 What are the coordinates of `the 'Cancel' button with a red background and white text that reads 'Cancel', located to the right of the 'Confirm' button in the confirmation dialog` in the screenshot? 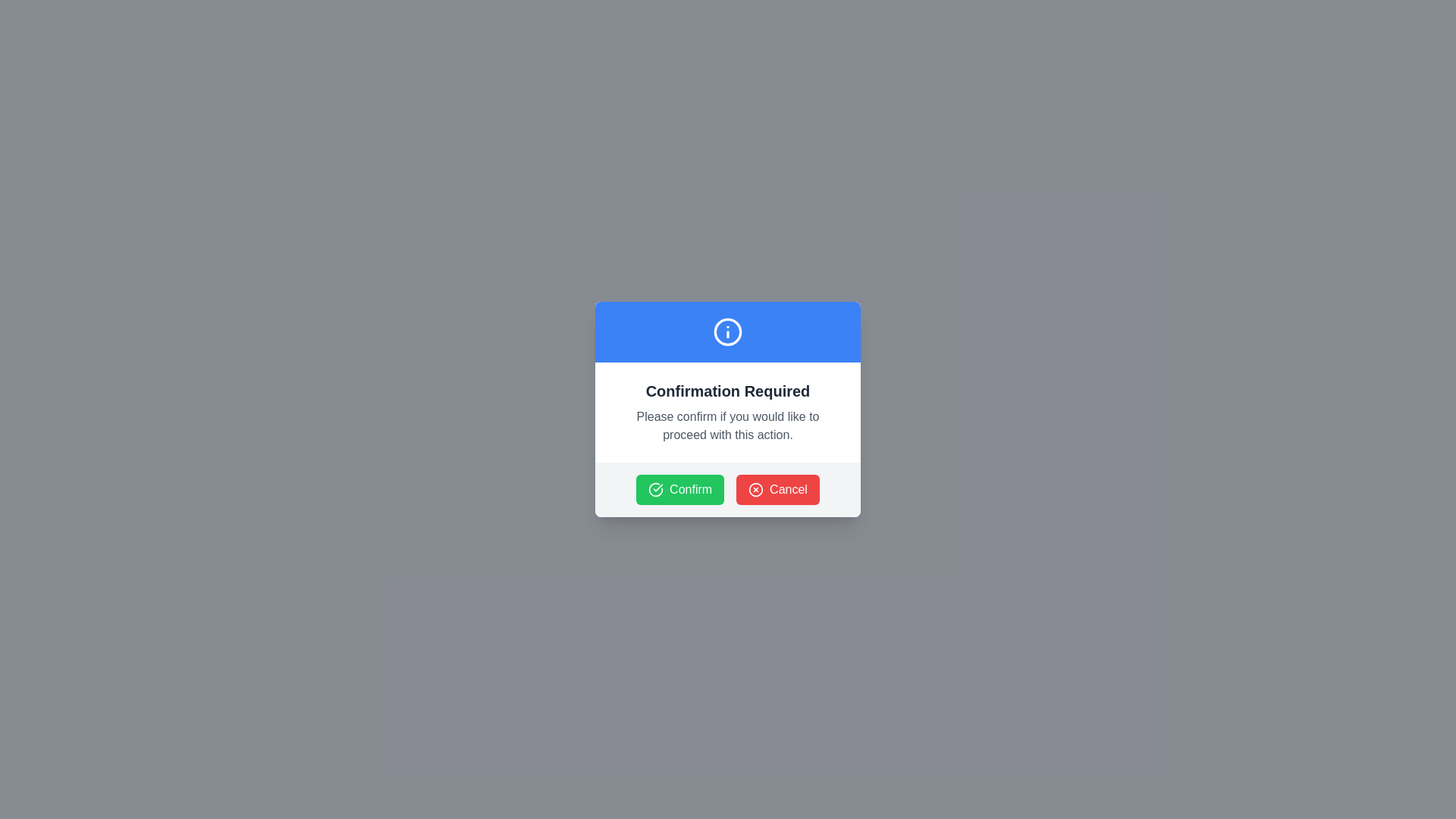 It's located at (778, 489).